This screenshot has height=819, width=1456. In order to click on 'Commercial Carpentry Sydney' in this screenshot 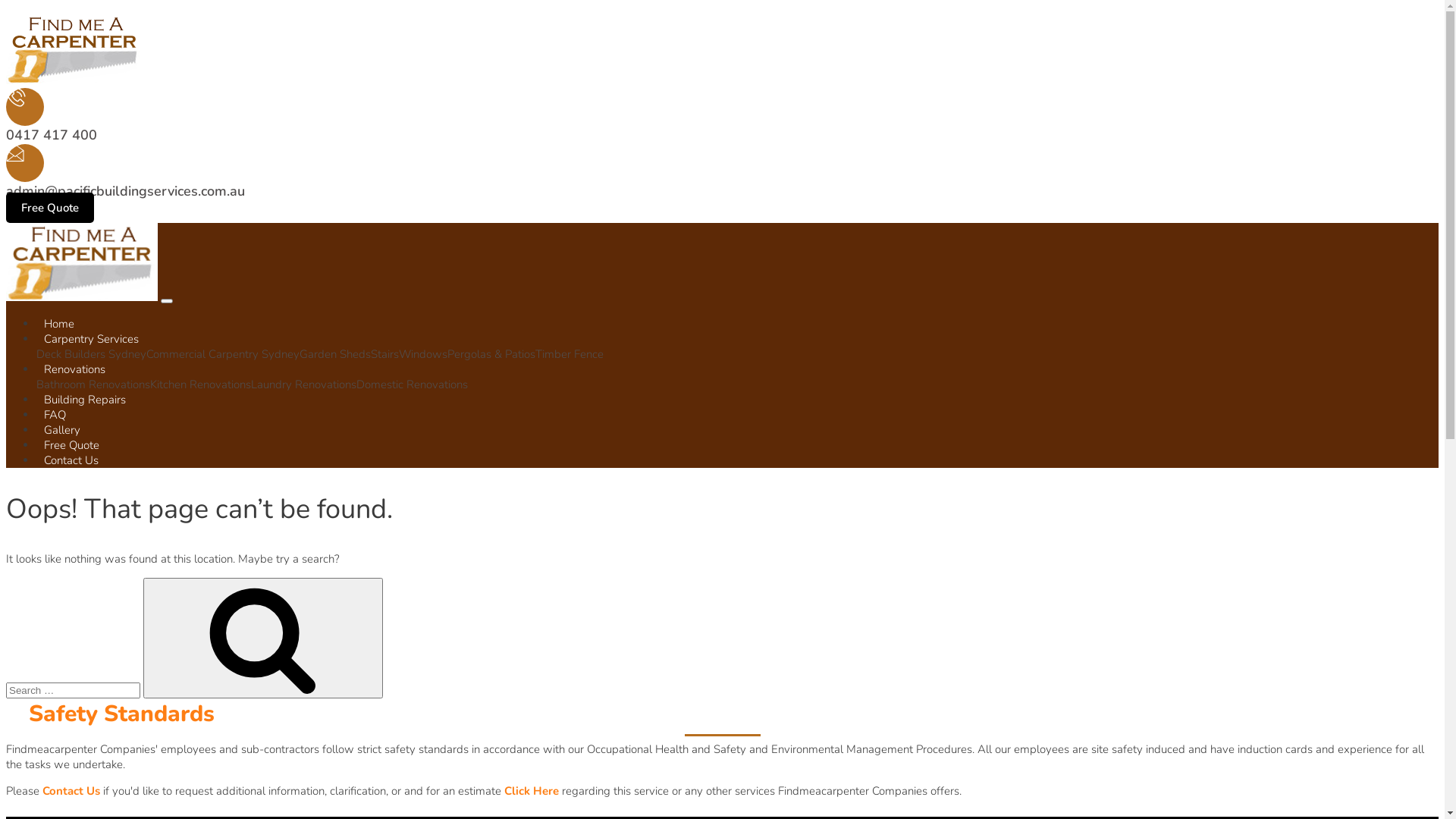, I will do `click(221, 353)`.